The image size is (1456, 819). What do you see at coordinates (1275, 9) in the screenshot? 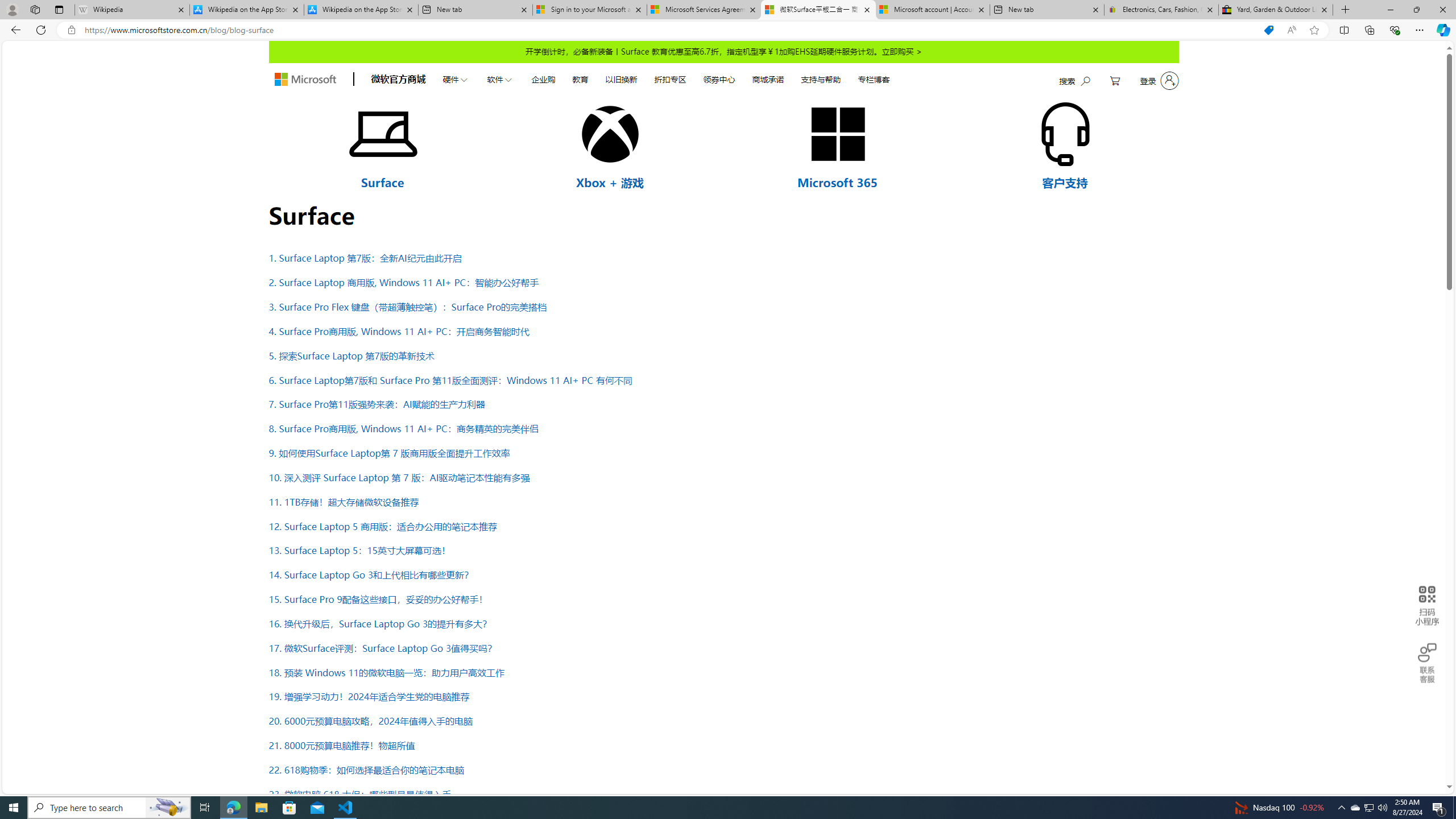
I see `'Yard, Garden & Outdoor Living'` at bounding box center [1275, 9].